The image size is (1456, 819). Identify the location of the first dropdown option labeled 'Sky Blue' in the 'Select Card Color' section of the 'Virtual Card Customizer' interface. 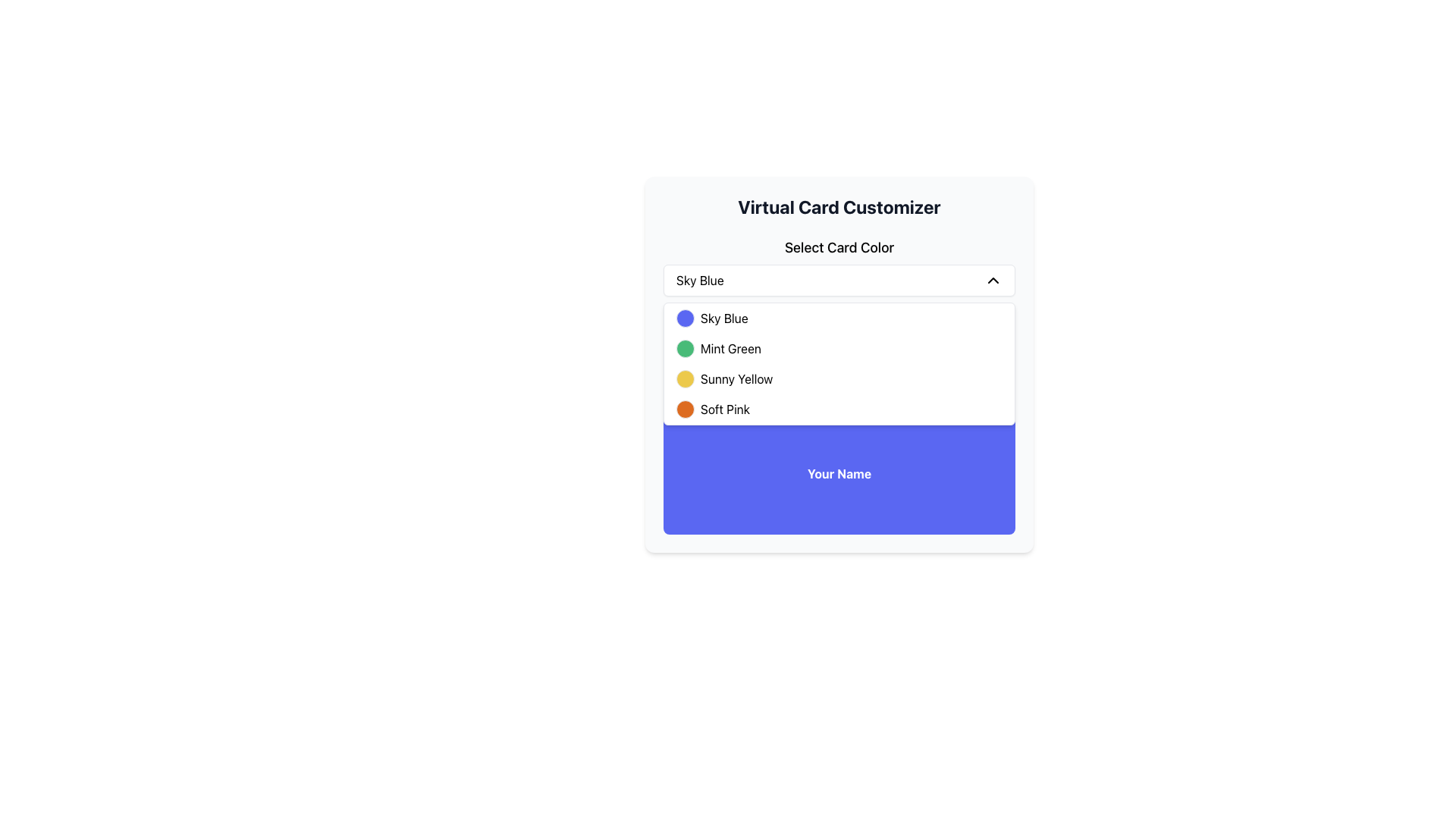
(839, 318).